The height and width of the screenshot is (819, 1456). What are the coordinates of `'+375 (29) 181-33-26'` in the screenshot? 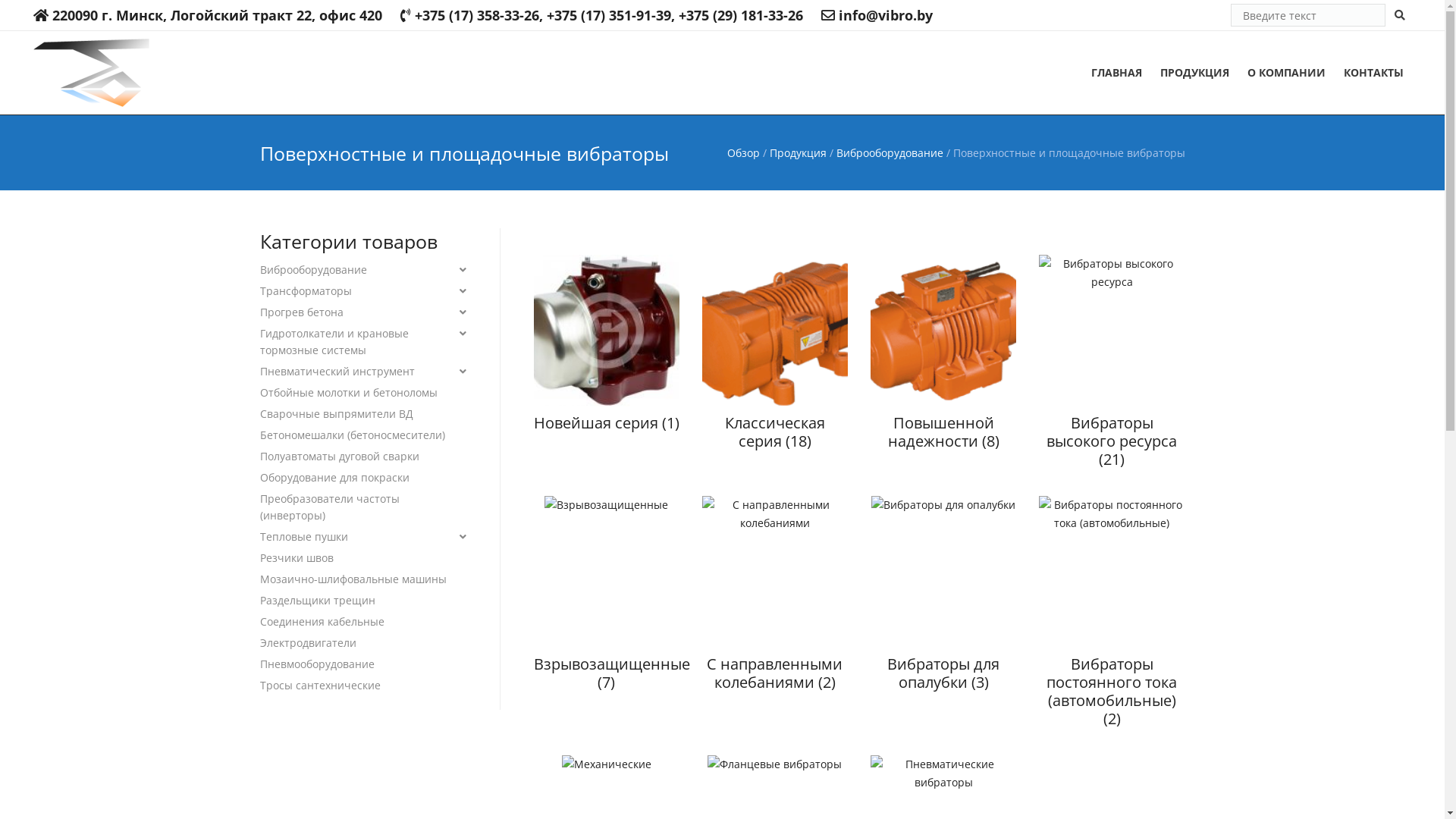 It's located at (741, 14).